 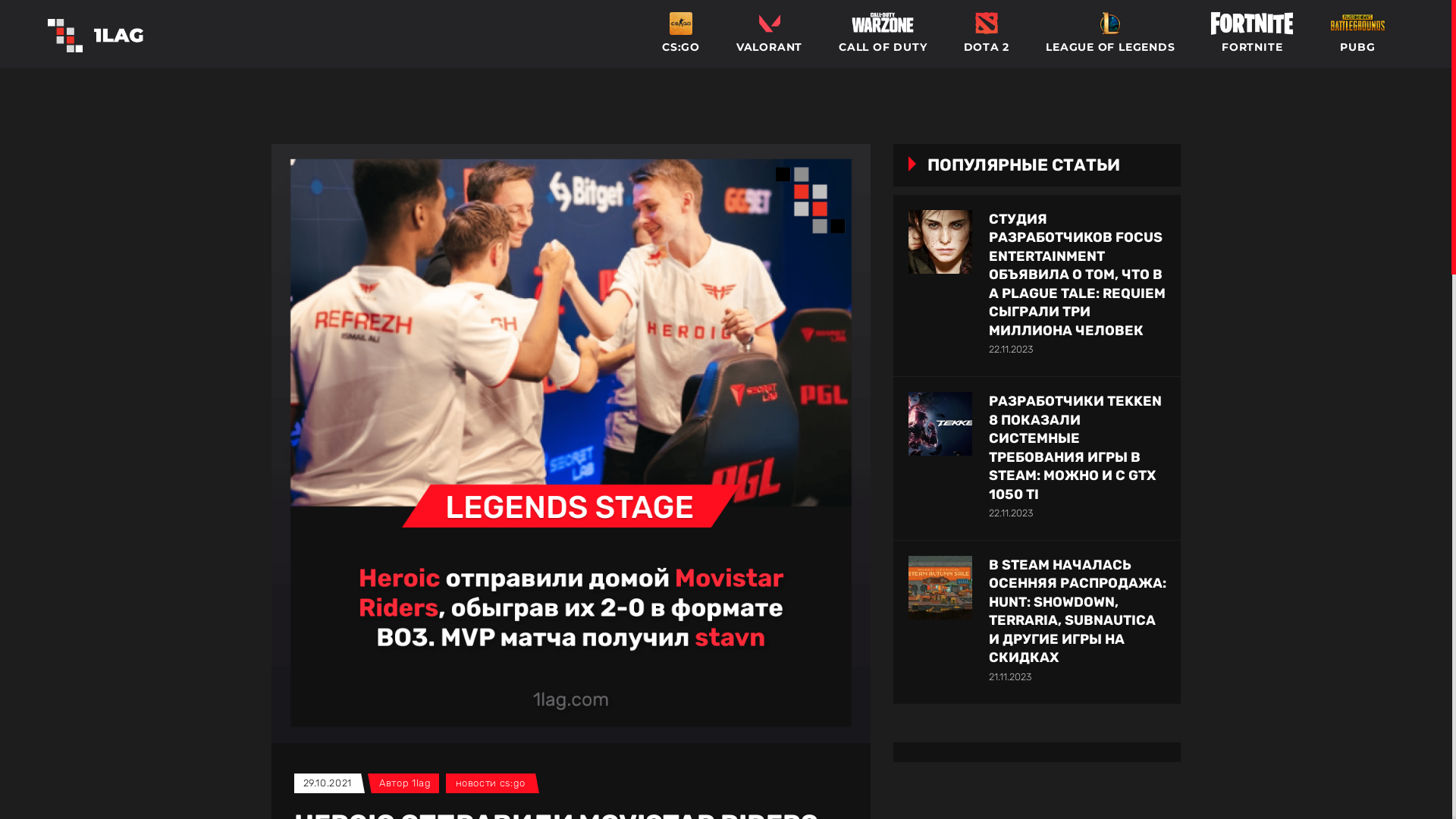 I want to click on 'CALL OF DUTY', so click(x=822, y=34).